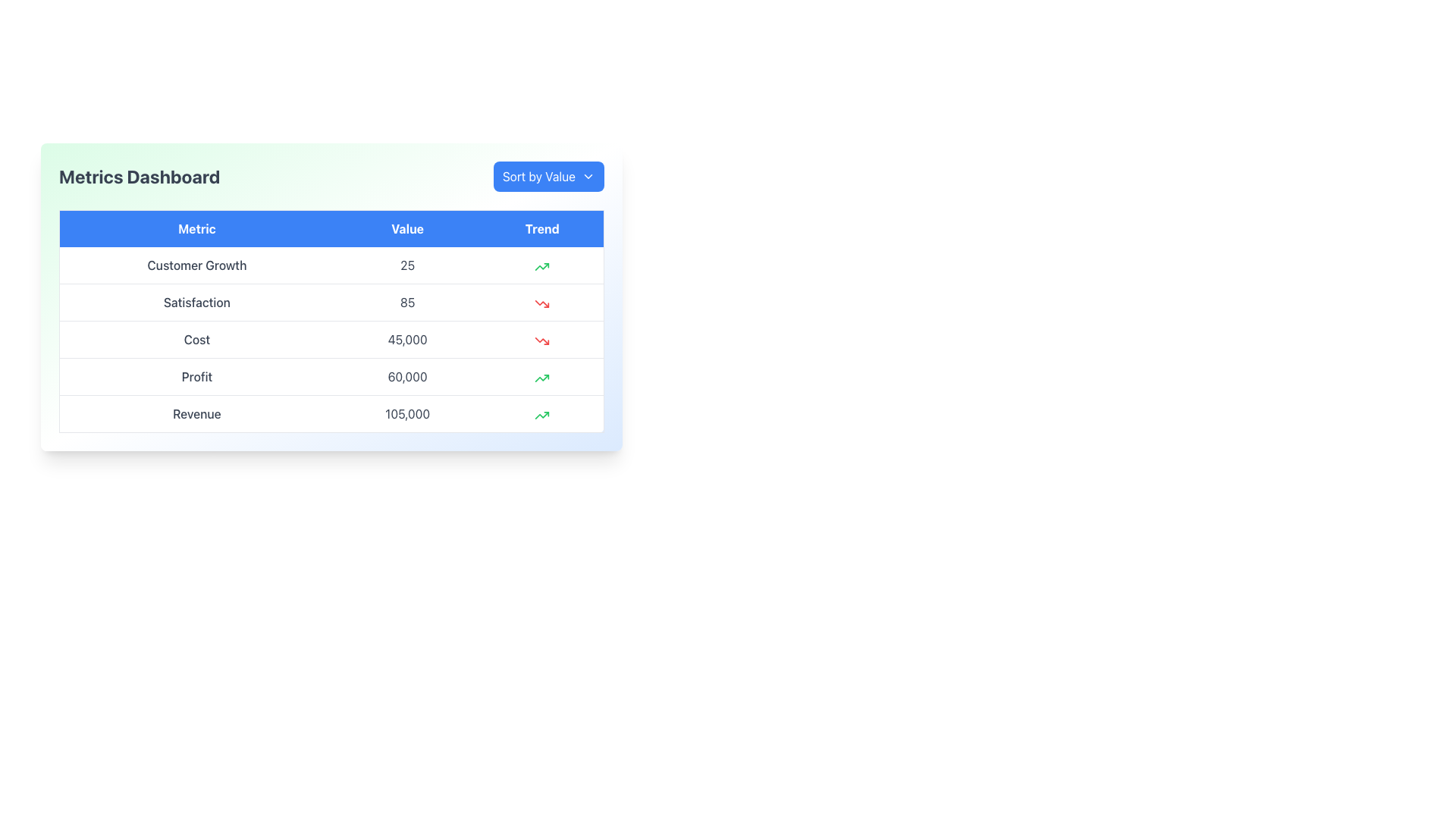 This screenshot has width=1456, height=819. I want to click on the 'Customer Growth' text label located in the first row of the table under the 'Metric' header, so click(196, 265).